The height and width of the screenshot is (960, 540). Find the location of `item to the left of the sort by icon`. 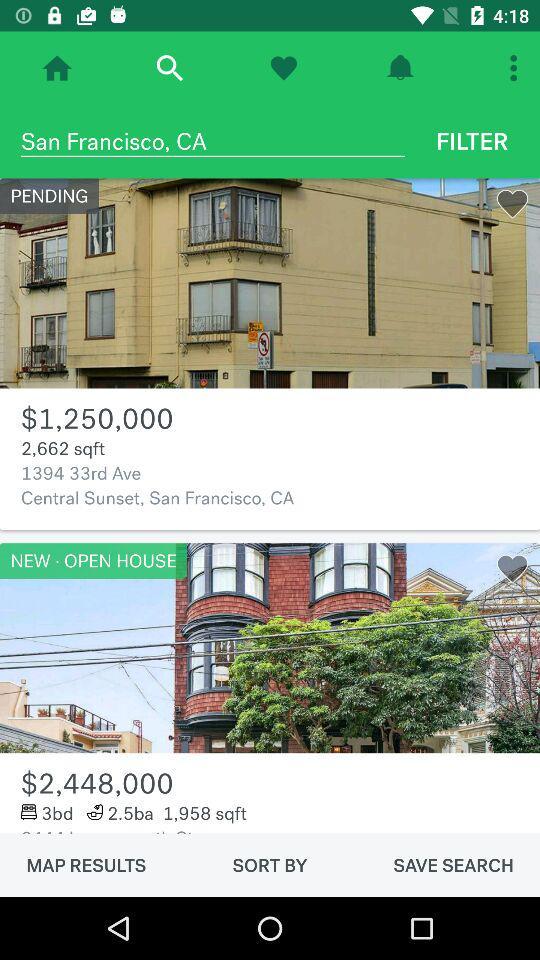

item to the left of the sort by icon is located at coordinates (85, 864).